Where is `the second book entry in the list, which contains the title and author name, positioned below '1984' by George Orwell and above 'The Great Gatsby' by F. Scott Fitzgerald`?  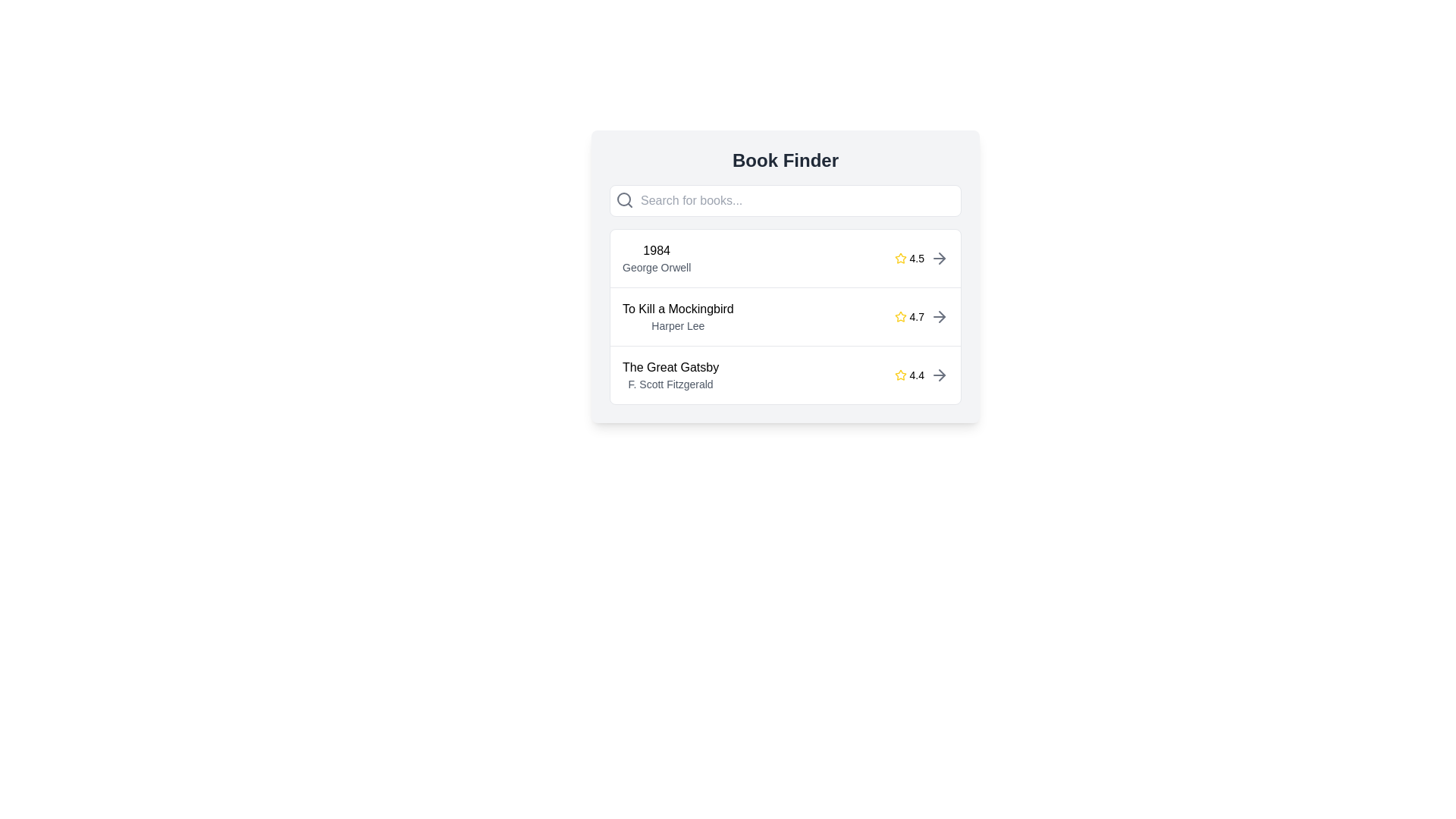 the second book entry in the list, which contains the title and author name, positioned below '1984' by George Orwell and above 'The Great Gatsby' by F. Scott Fitzgerald is located at coordinates (677, 315).